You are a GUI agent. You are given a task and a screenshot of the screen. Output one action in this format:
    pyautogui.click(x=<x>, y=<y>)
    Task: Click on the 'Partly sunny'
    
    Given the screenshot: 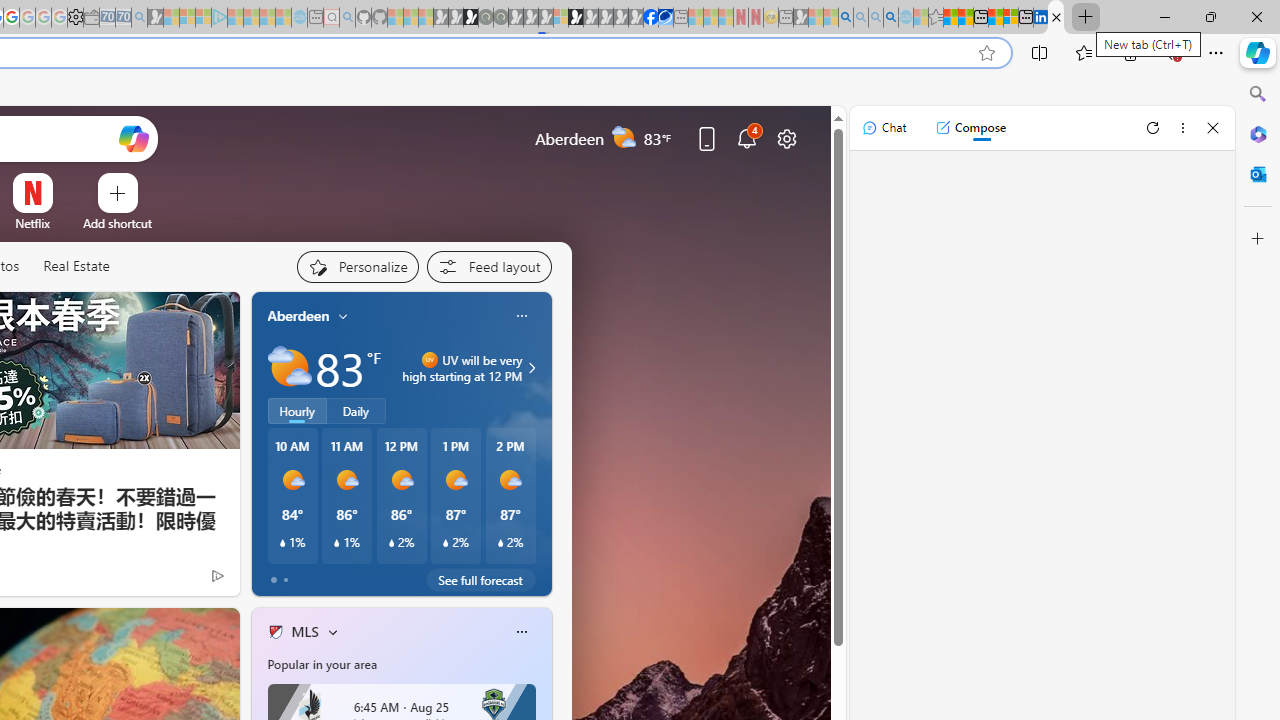 What is the action you would take?
    pyautogui.click(x=288, y=368)
    